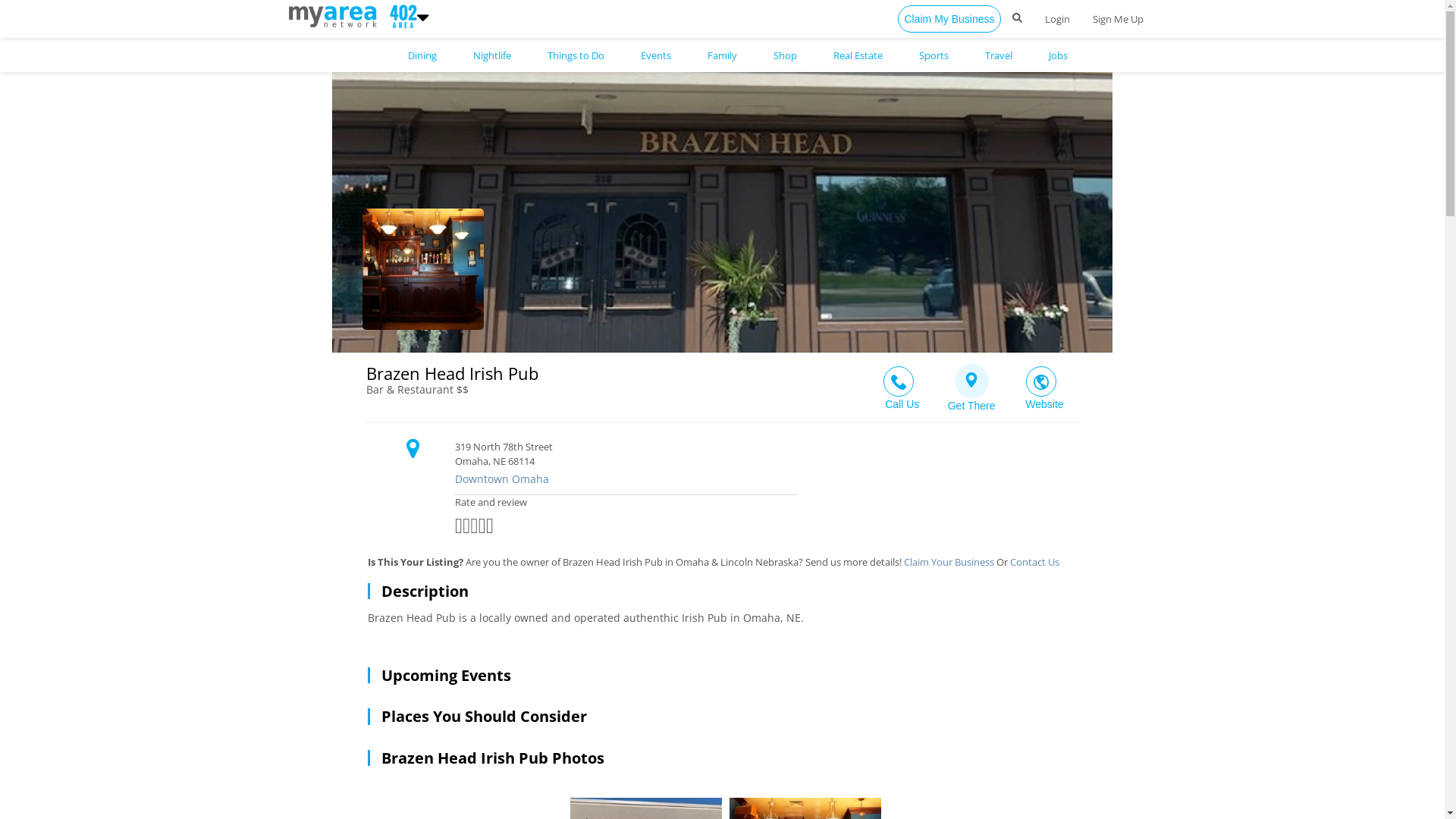  What do you see at coordinates (539, 55) in the screenshot?
I see `'Things to Do'` at bounding box center [539, 55].